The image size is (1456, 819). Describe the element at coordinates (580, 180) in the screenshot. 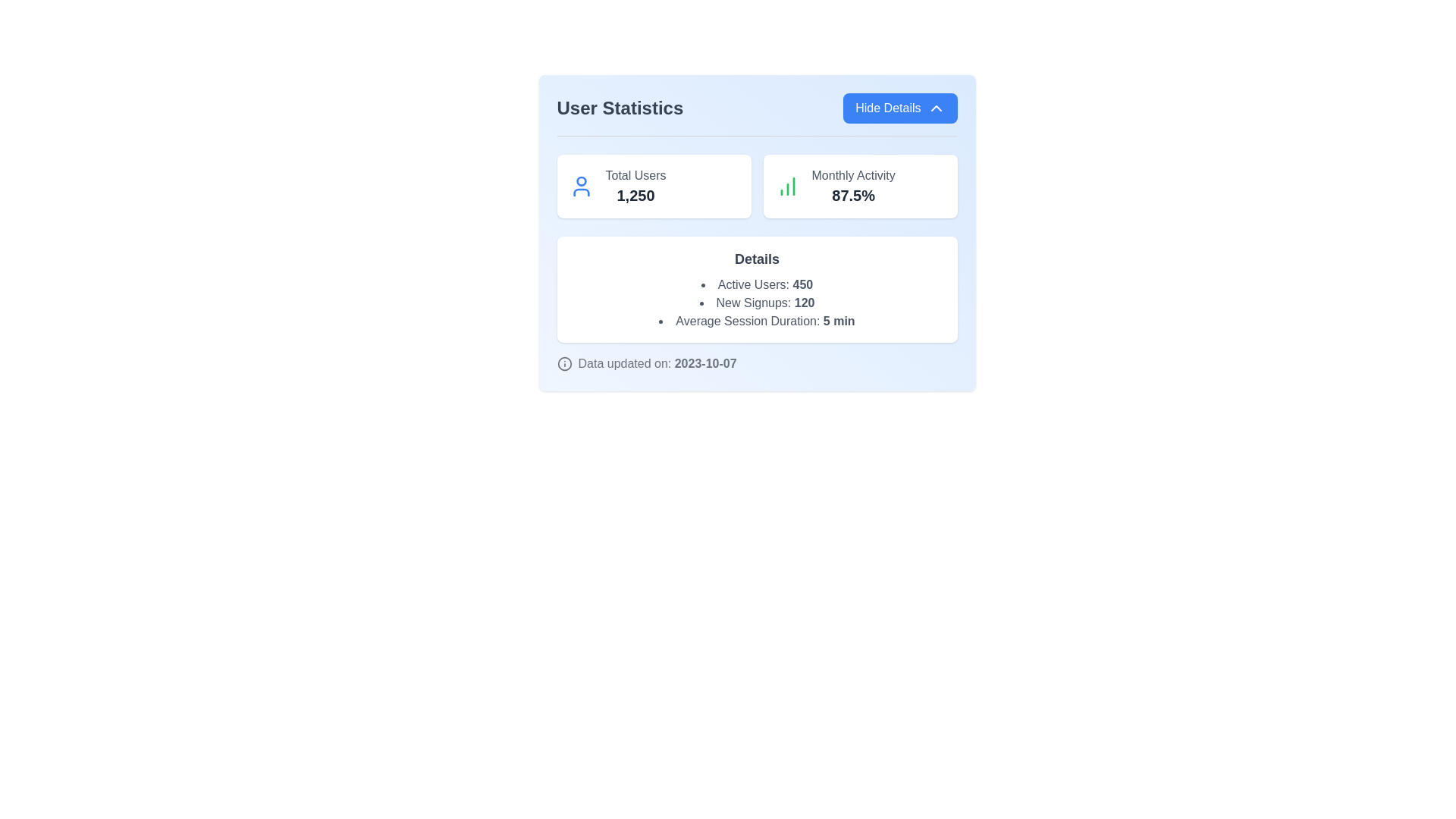

I see `the circular decorative element representing a user in the 'User Statistics' card, located next to the 'Total Users' label` at that location.